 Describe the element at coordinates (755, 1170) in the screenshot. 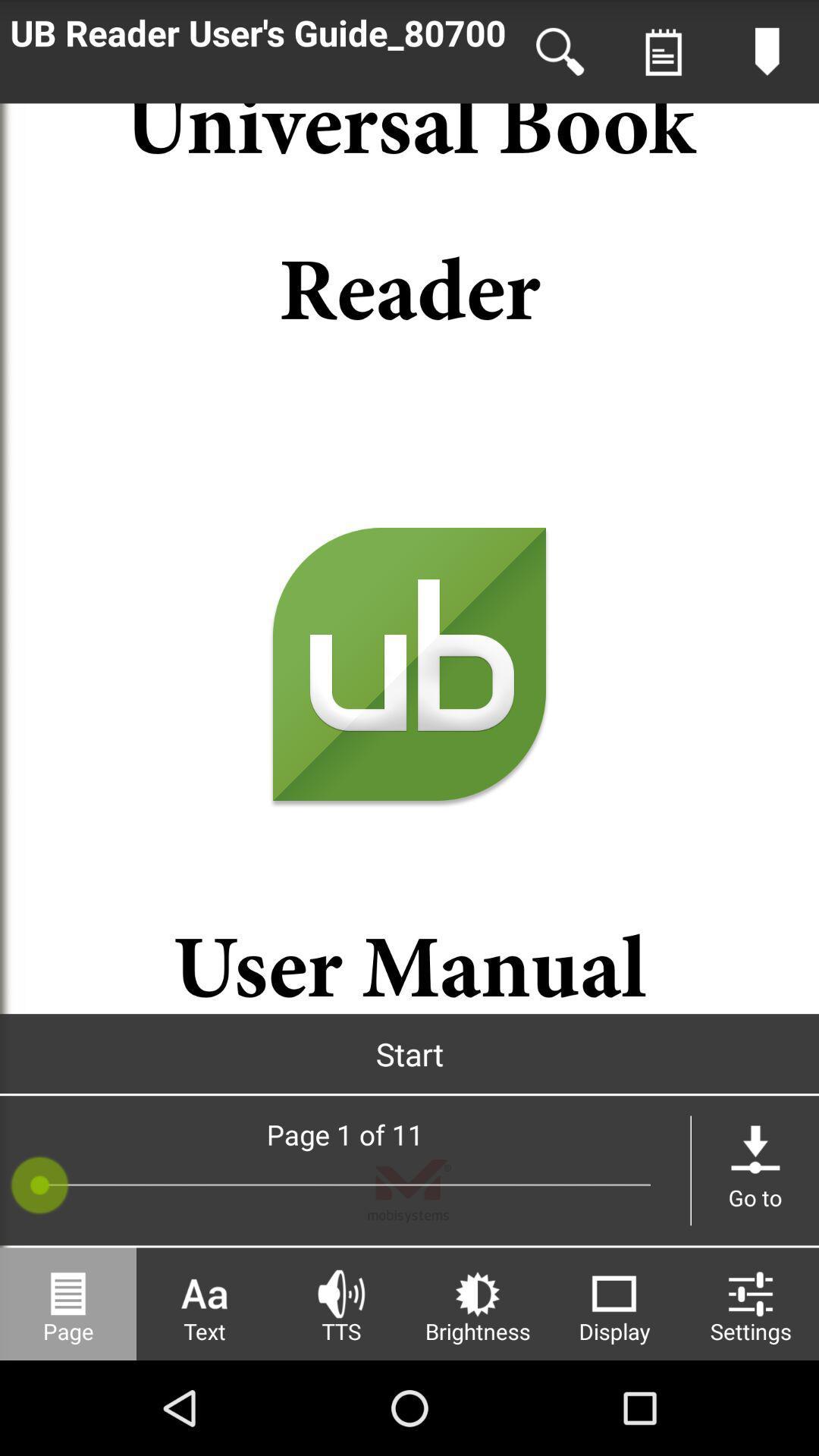

I see `the button above the settings button on the web page` at that location.